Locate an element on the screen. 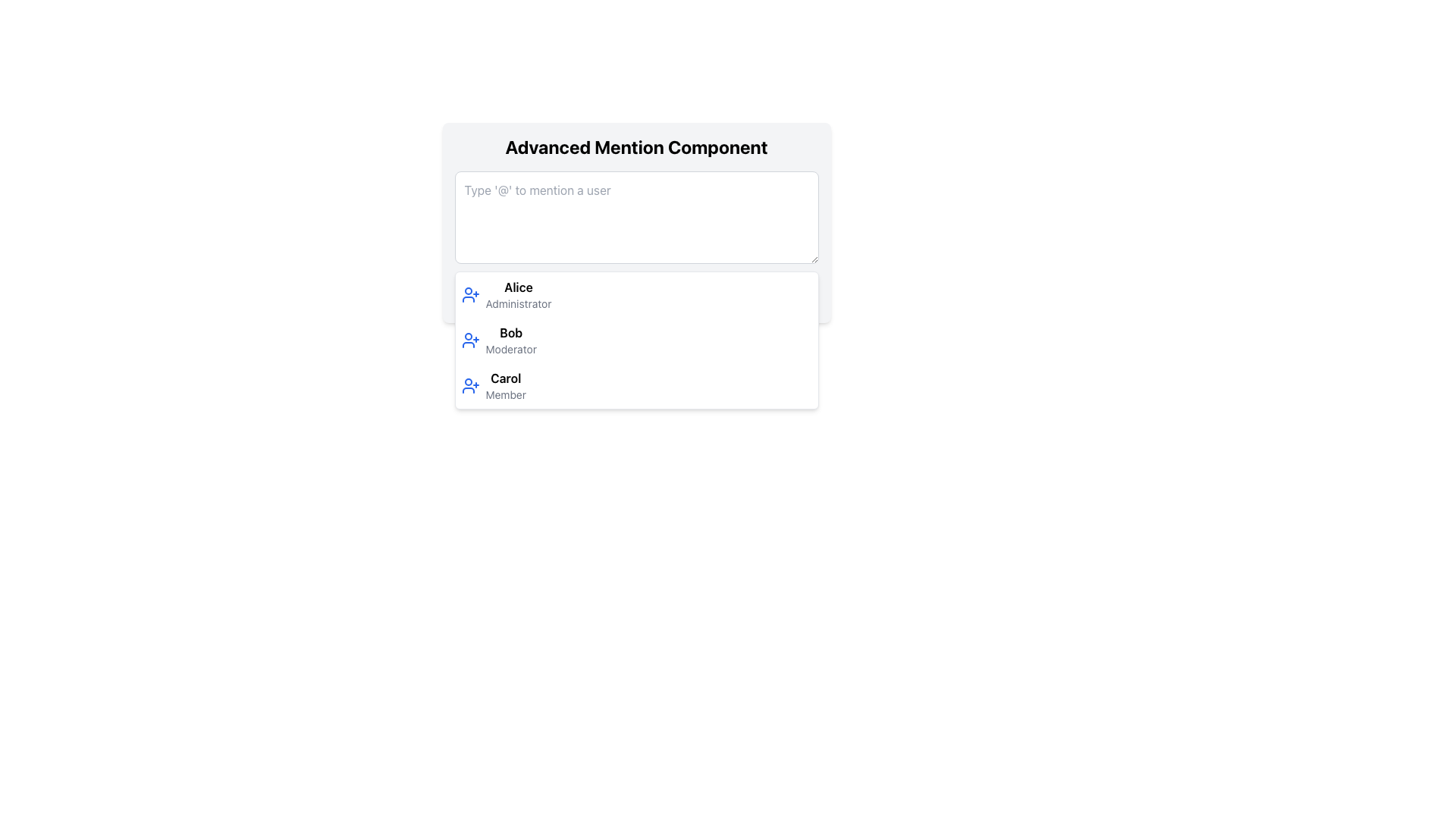  the user silhouette icon with a plus sign located to the left of the name 'Alice Administrator' in the dropdown list is located at coordinates (469, 295).